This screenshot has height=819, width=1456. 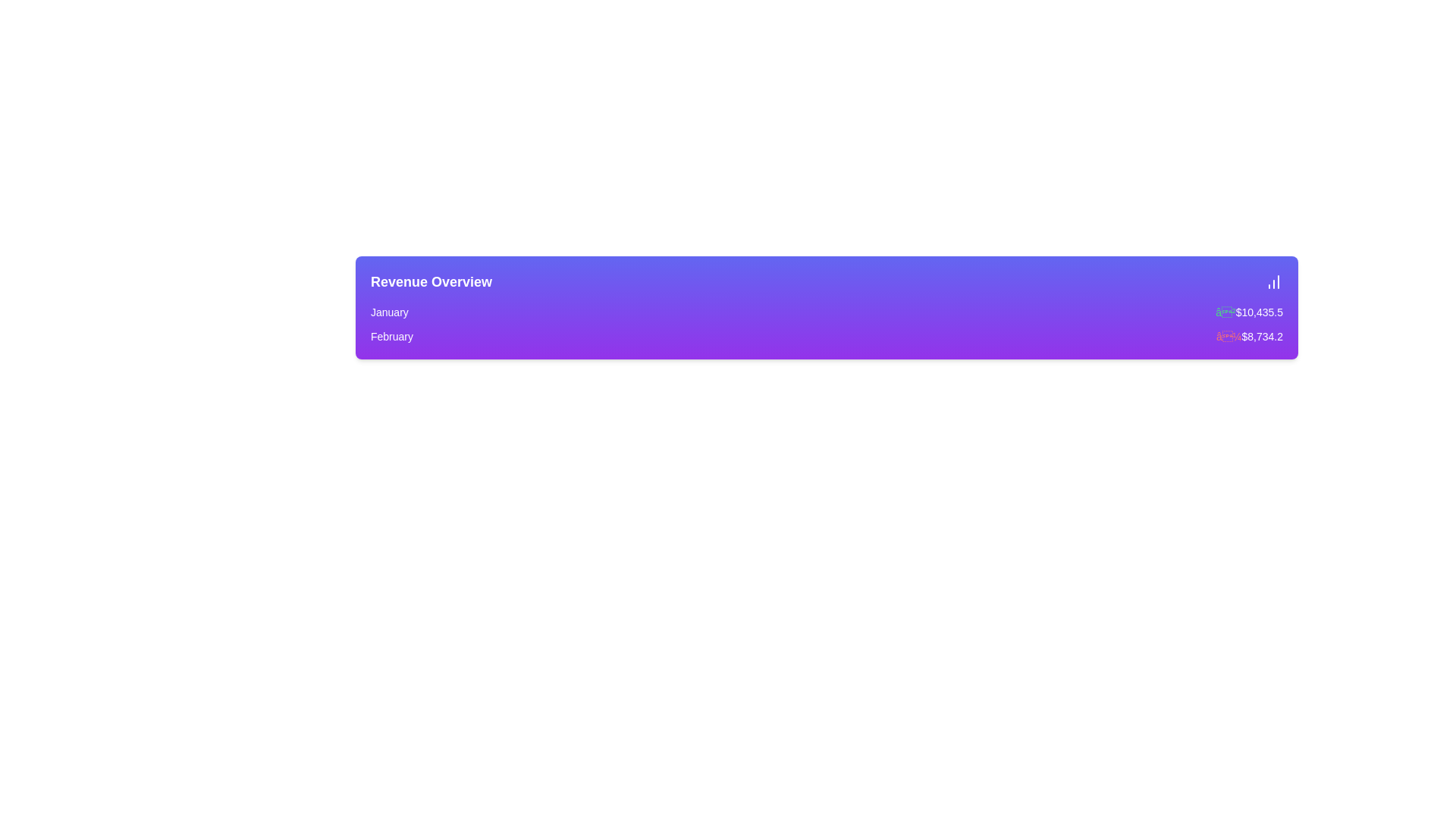 I want to click on the text label displaying 'January', which is positioned above 'February' on a gradient purple background, so click(x=389, y=312).